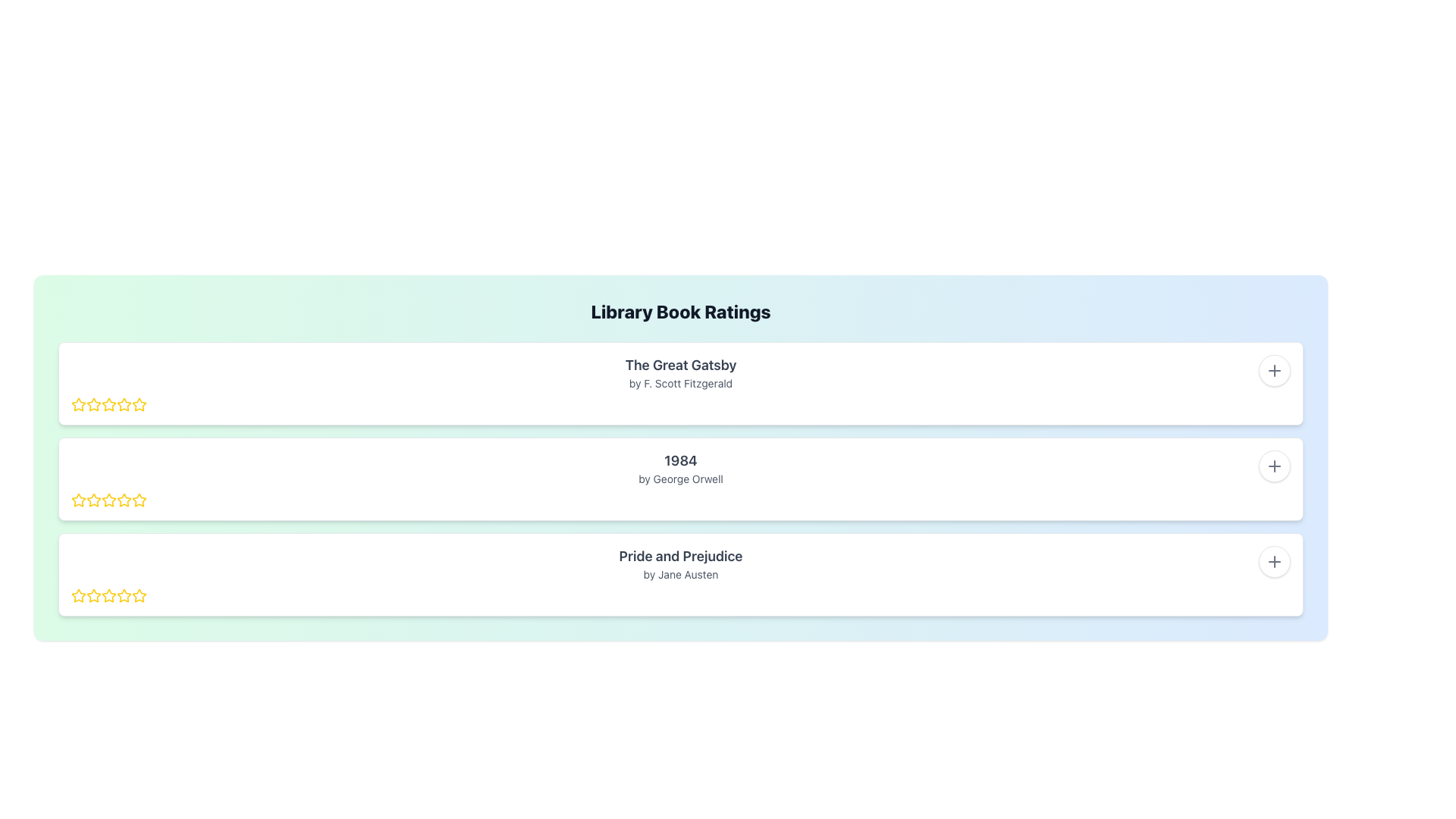 Image resolution: width=1456 pixels, height=819 pixels. Describe the element at coordinates (679, 575) in the screenshot. I see `the text label displaying 'by Jane Austen', which is styled with a smaller font size and light gray color, positioned below the title 'Pride and Prejudice'` at that location.